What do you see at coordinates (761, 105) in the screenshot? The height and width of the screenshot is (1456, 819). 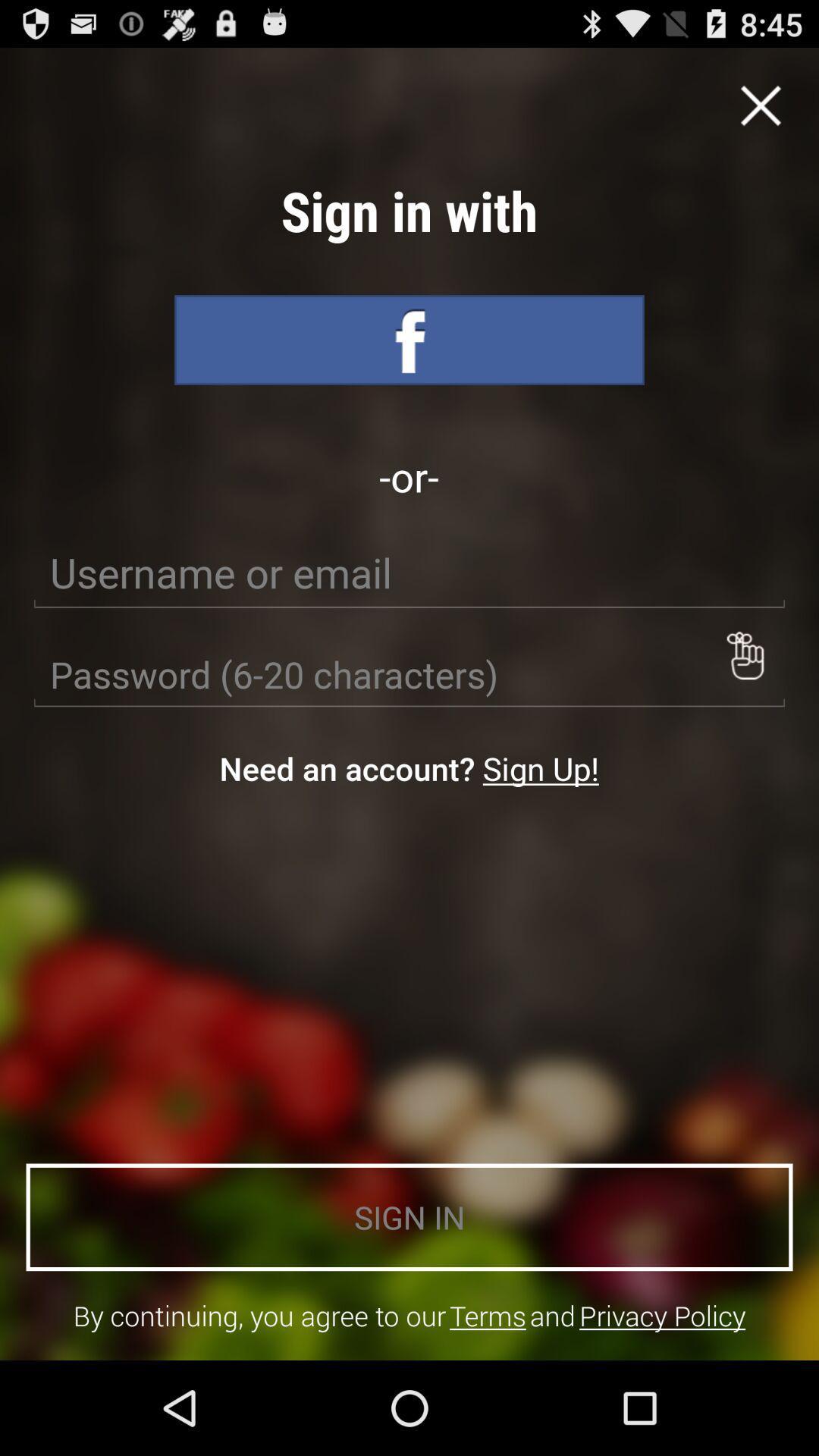 I see `cance` at bounding box center [761, 105].